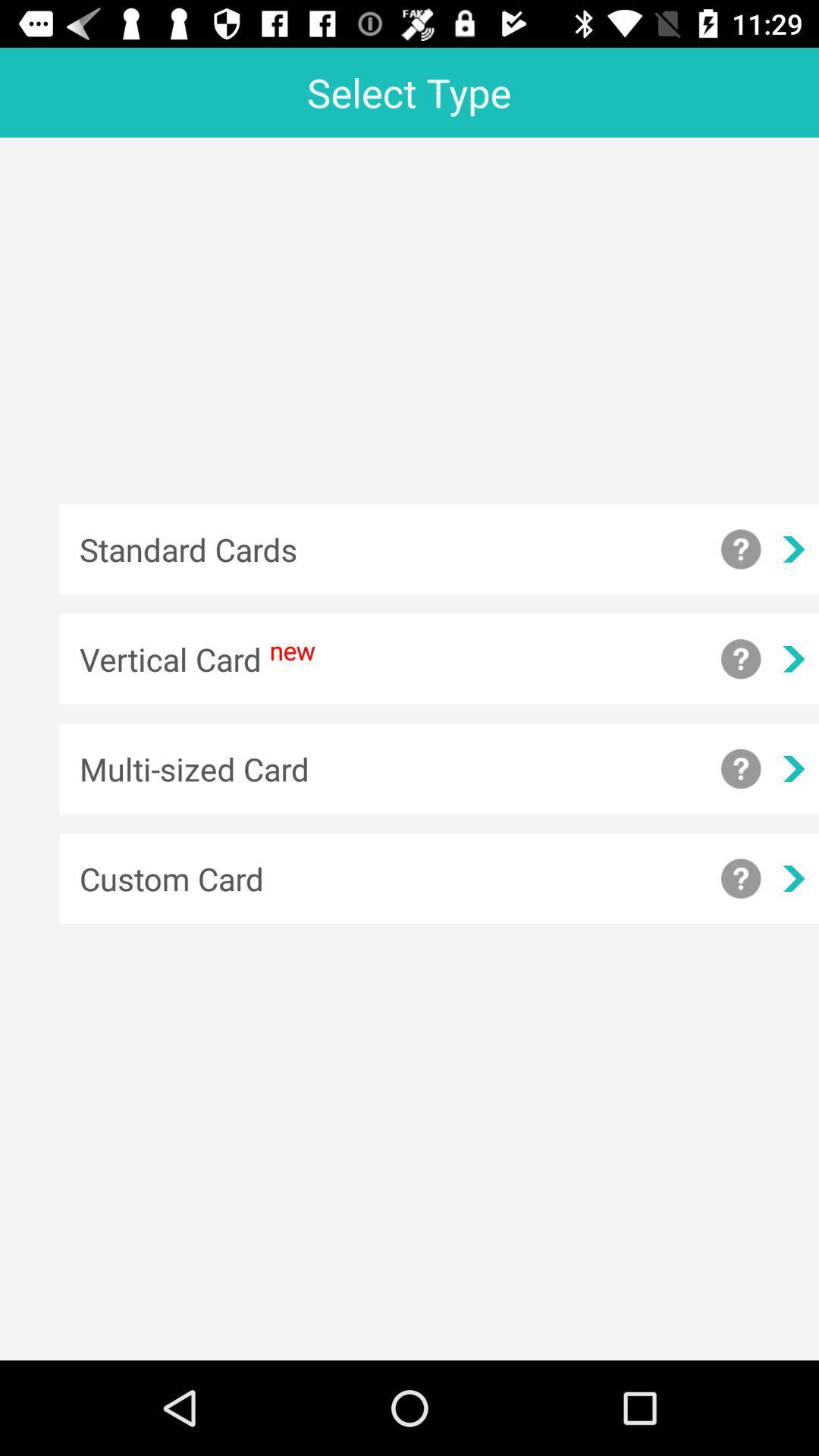 The width and height of the screenshot is (819, 1456). Describe the element at coordinates (740, 659) in the screenshot. I see `the help icon` at that location.